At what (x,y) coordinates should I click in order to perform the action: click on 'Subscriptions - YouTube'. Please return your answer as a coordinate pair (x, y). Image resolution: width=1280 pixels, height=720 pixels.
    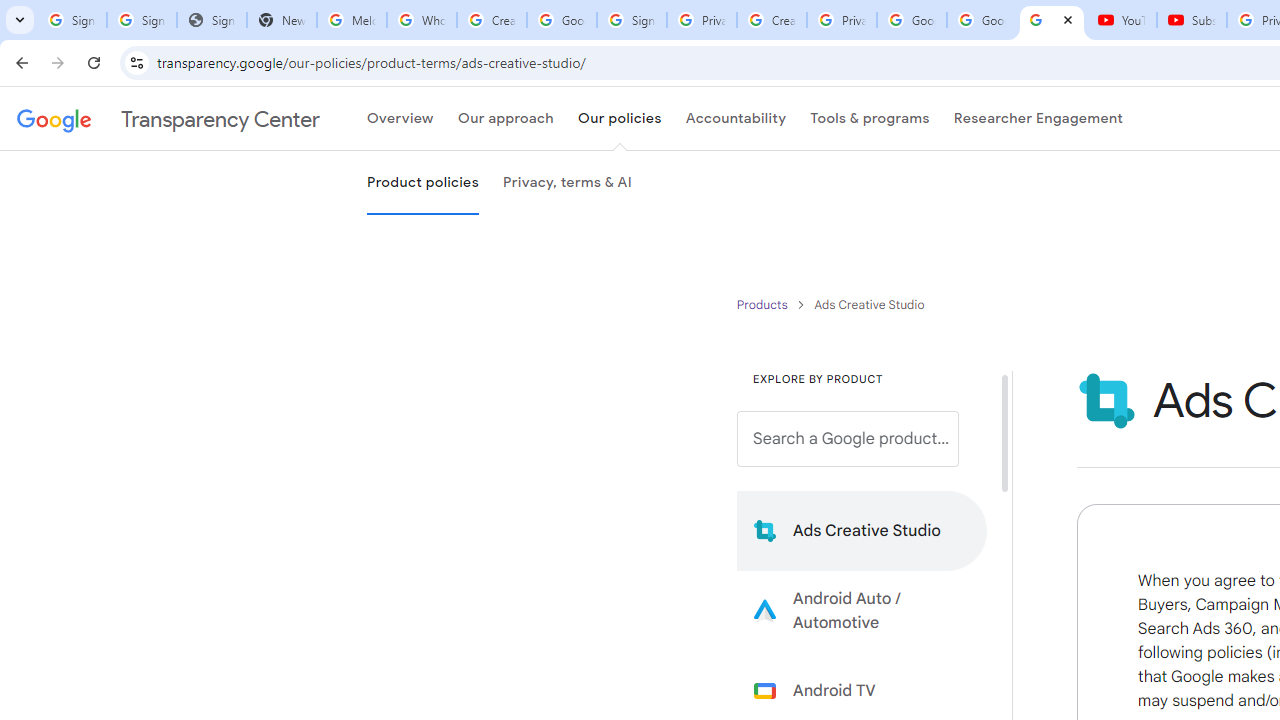
    Looking at the image, I should click on (1192, 20).